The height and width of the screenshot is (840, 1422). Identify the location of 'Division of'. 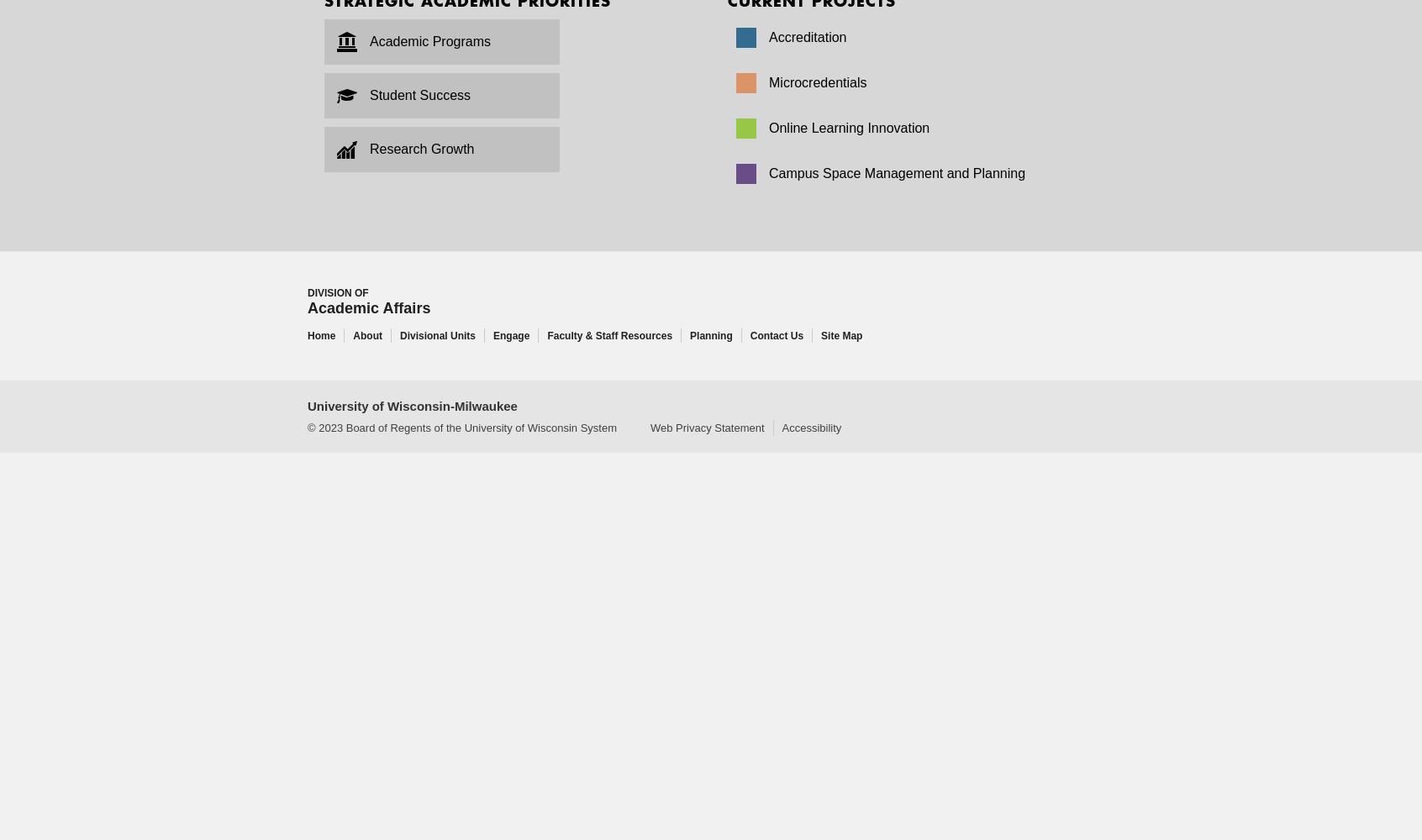
(338, 292).